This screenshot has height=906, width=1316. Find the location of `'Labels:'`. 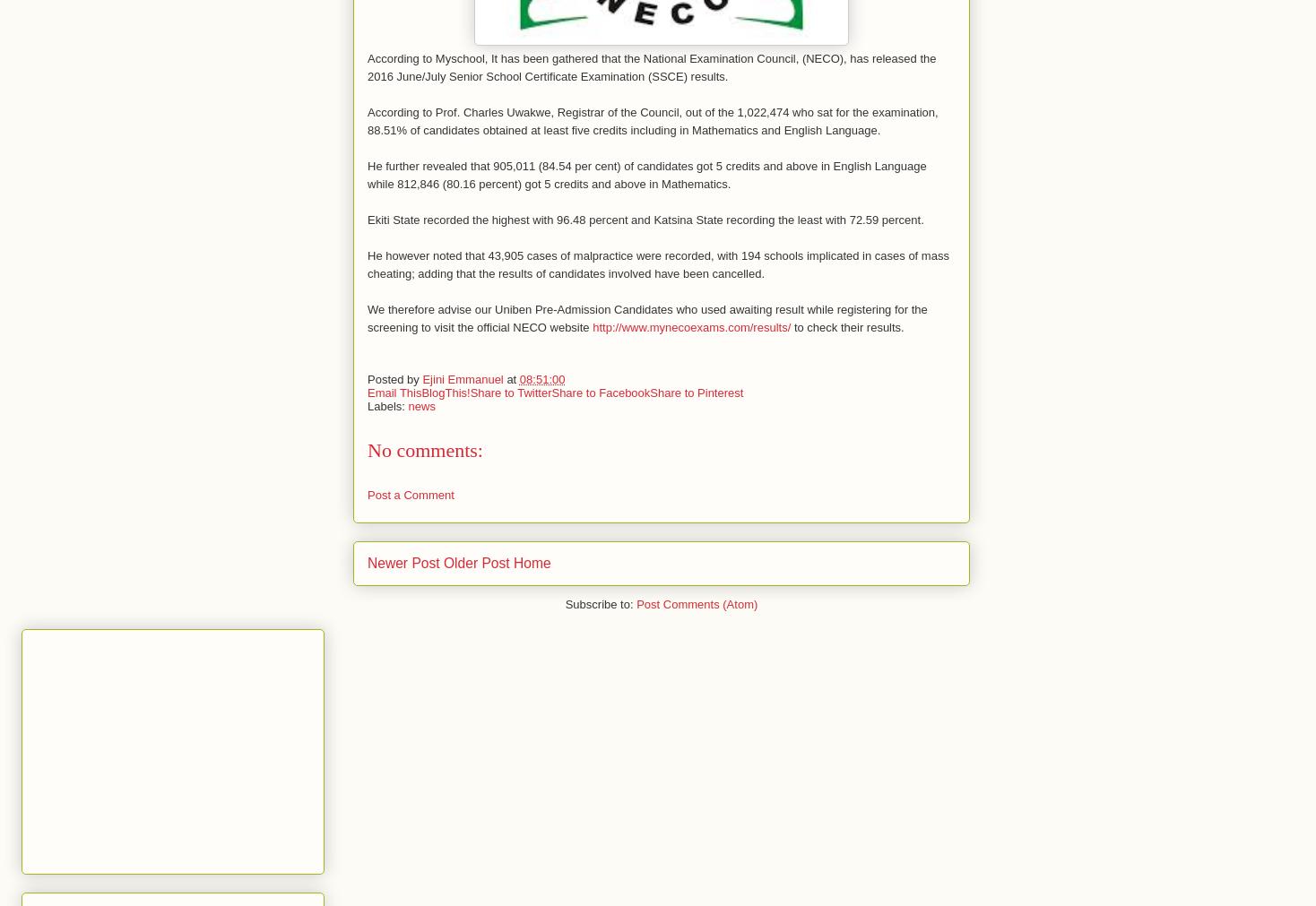

'Labels:' is located at coordinates (387, 404).